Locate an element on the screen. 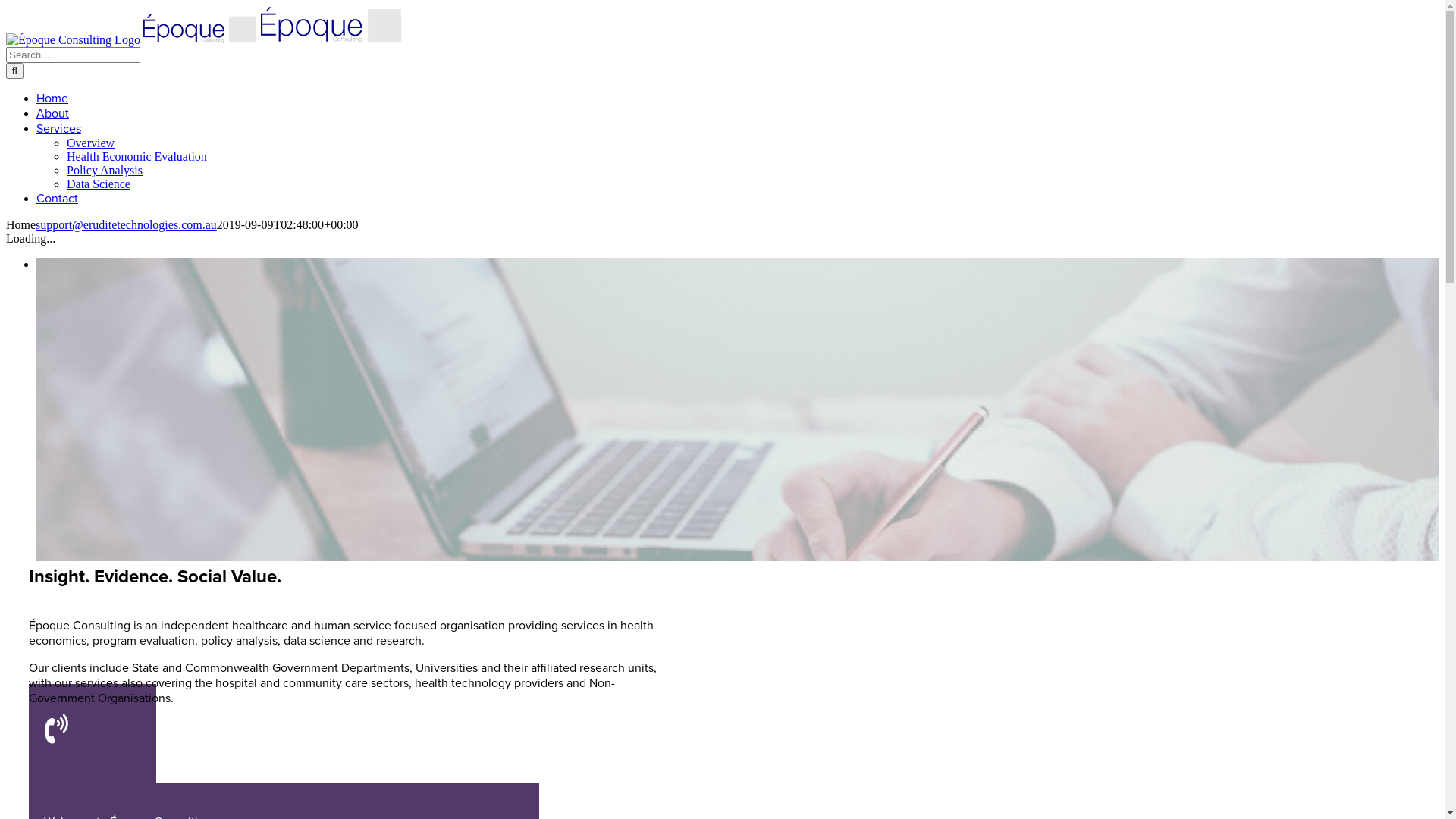  'Skip to content' is located at coordinates (5, 5).